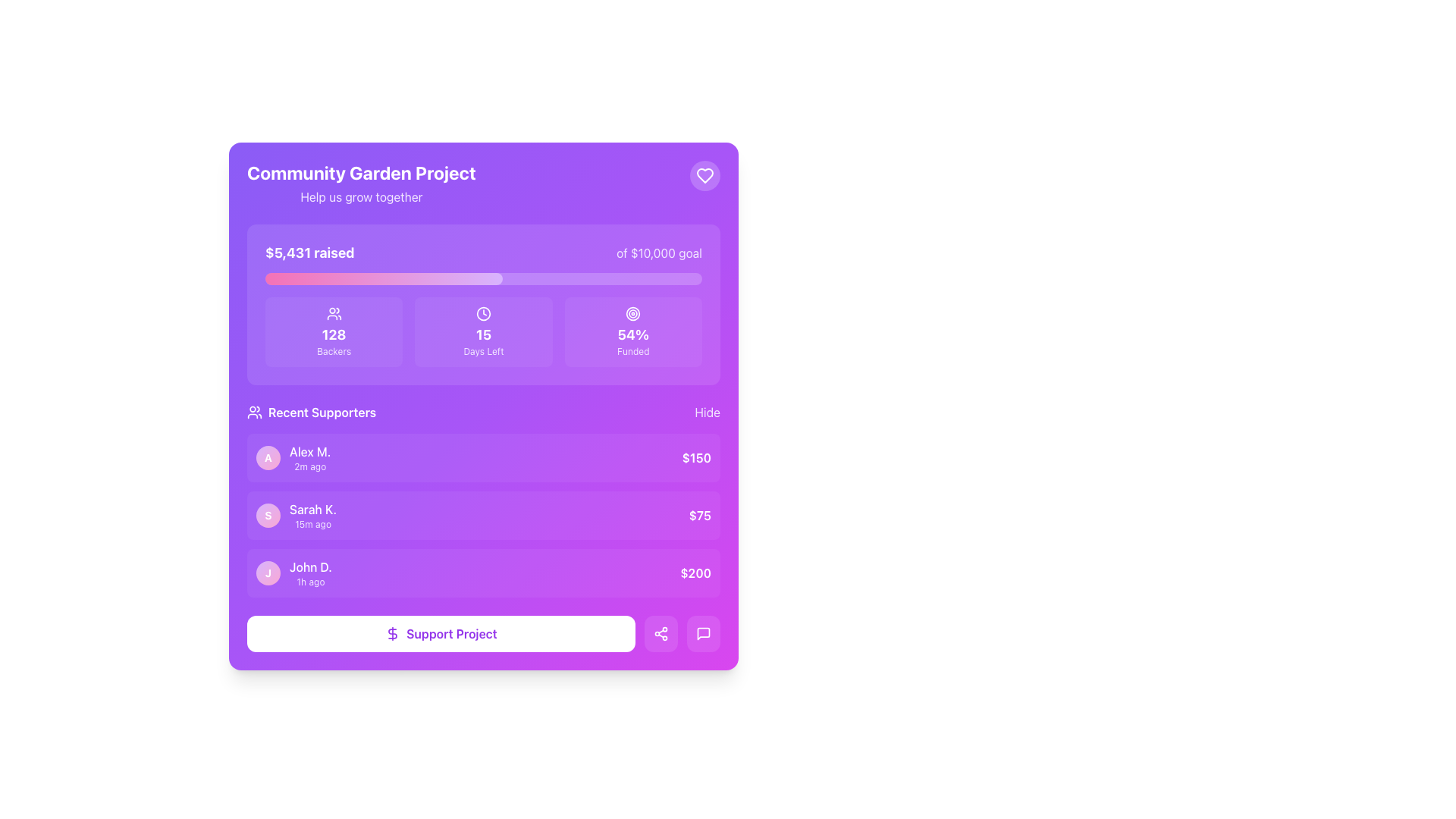 This screenshot has height=819, width=1456. I want to click on the user's name 'John D.', so click(309, 573).